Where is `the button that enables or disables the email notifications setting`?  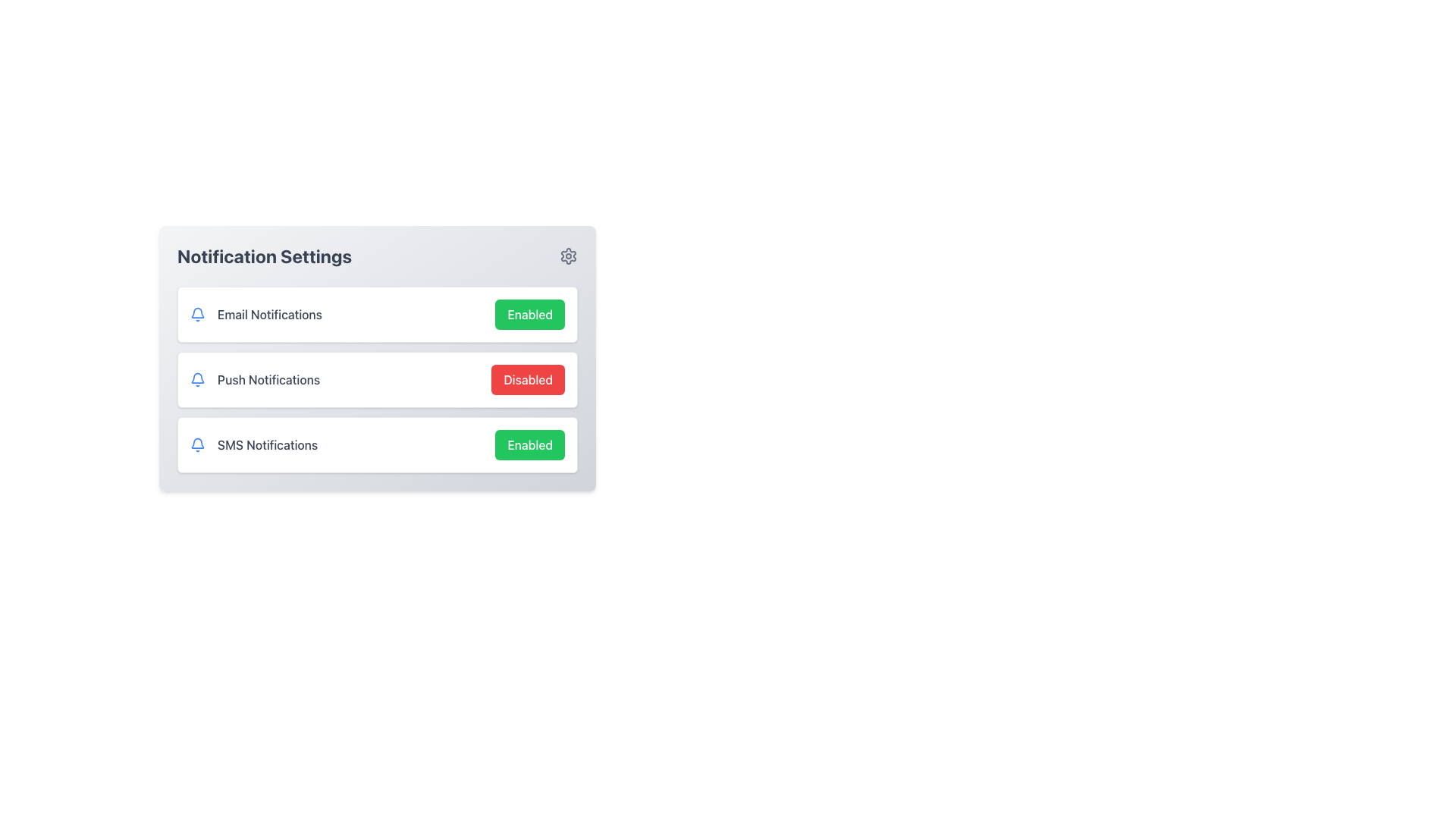 the button that enables or disables the email notifications setting is located at coordinates (530, 314).